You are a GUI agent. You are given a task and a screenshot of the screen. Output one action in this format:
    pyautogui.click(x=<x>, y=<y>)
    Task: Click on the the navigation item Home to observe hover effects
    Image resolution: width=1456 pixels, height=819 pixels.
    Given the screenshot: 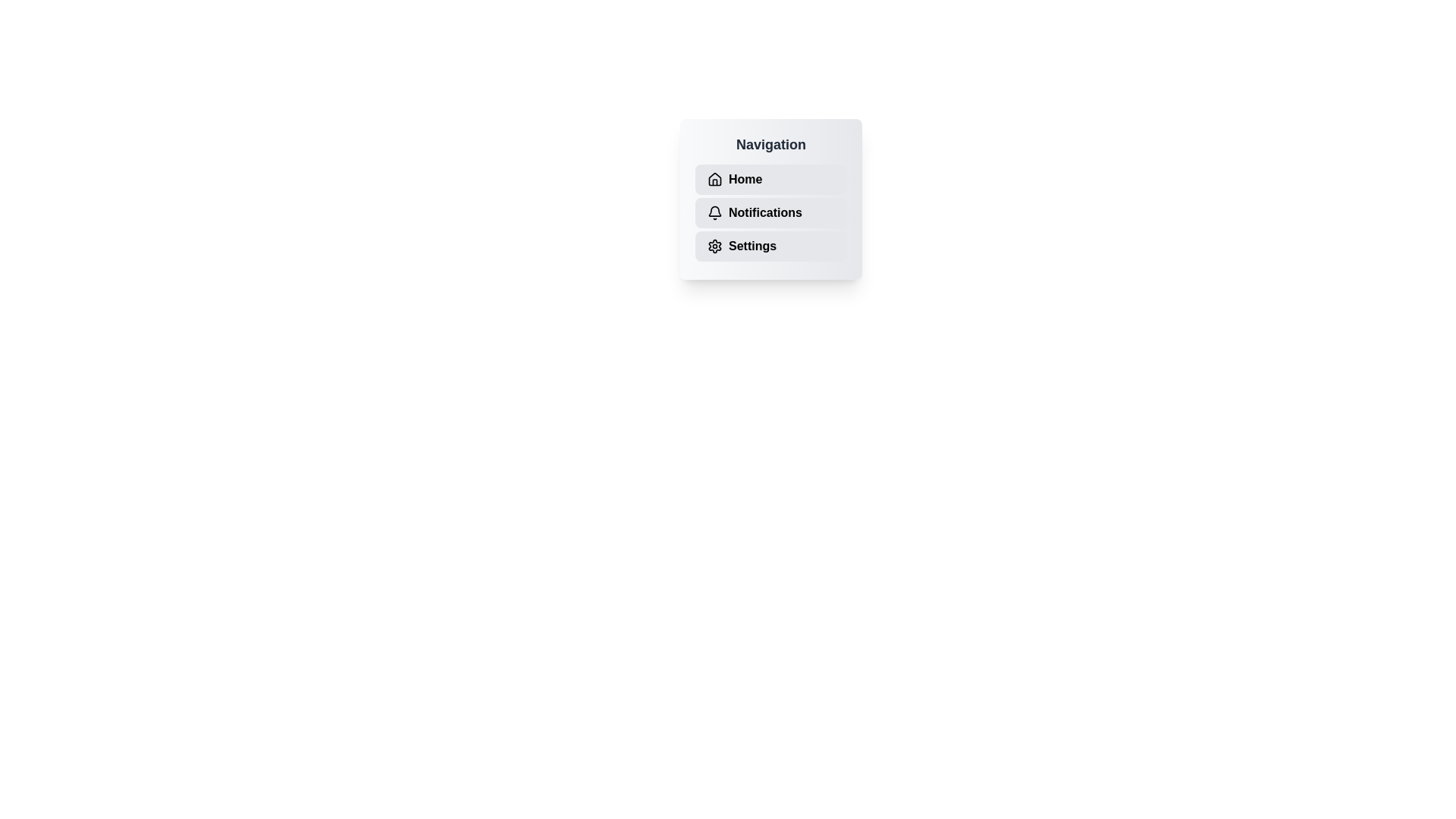 What is the action you would take?
    pyautogui.click(x=771, y=178)
    